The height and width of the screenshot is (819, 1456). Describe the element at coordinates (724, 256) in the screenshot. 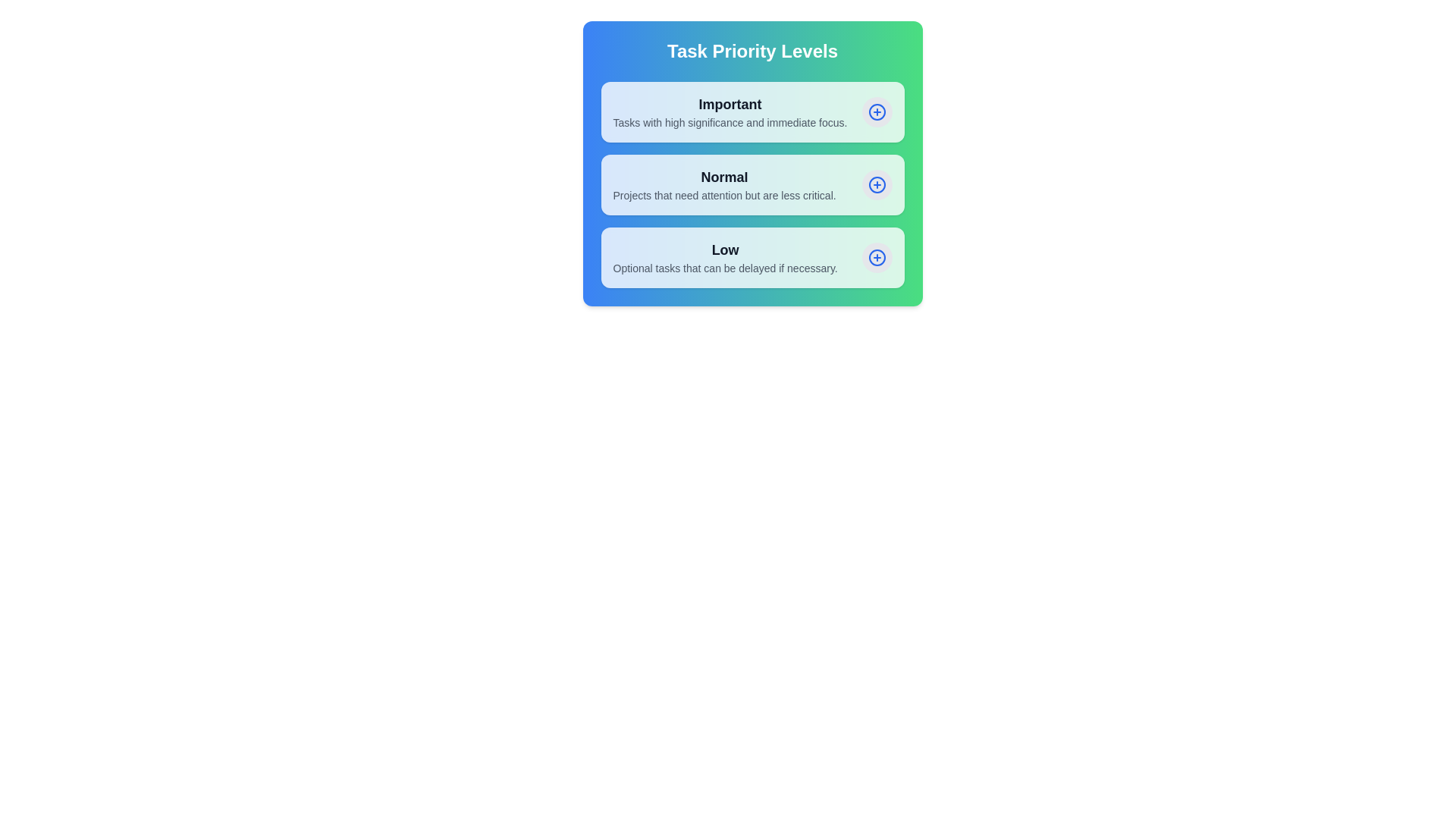

I see `the 'Low' priority text block` at that location.